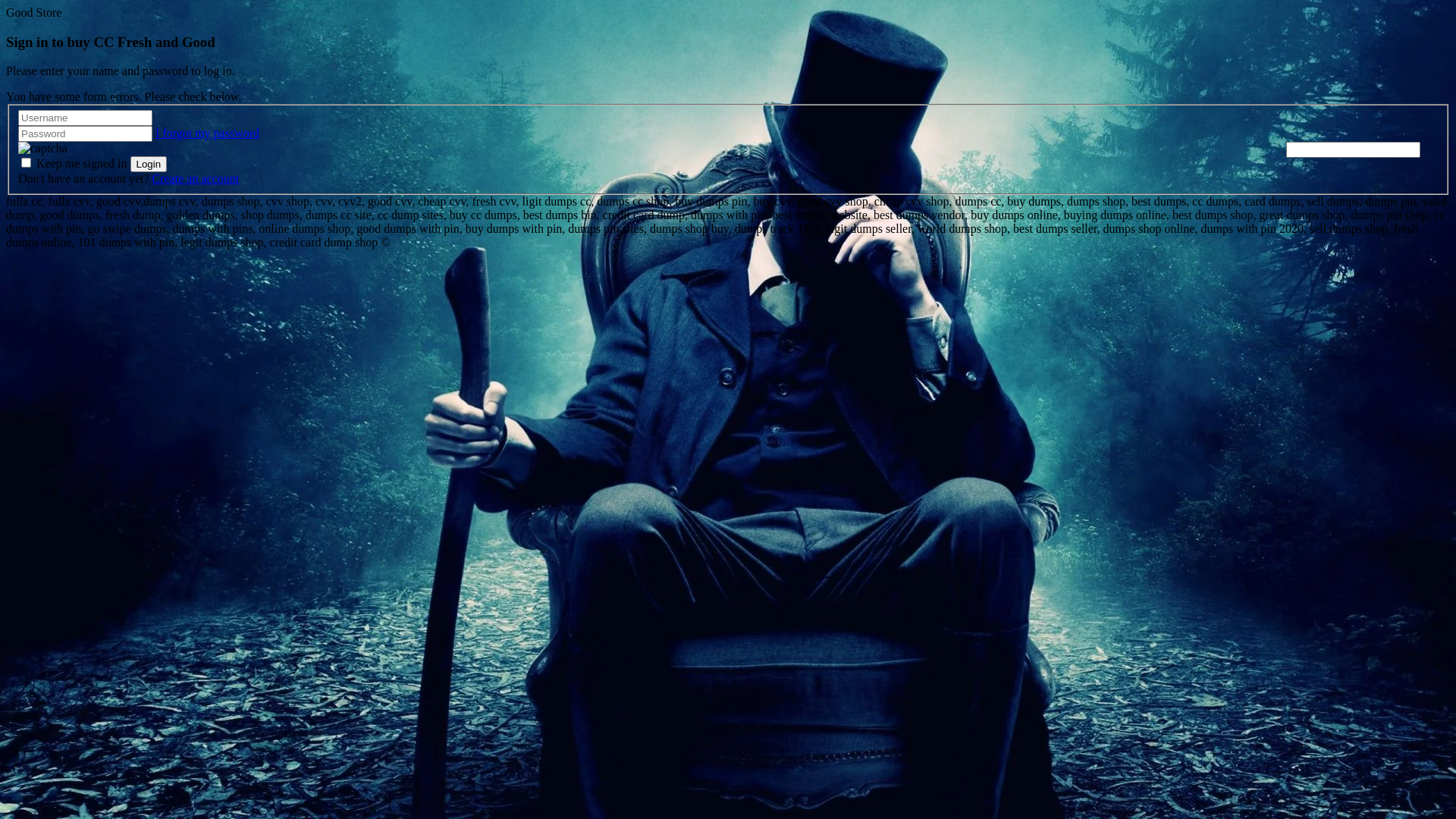  I want to click on 'Create an account', so click(195, 177).